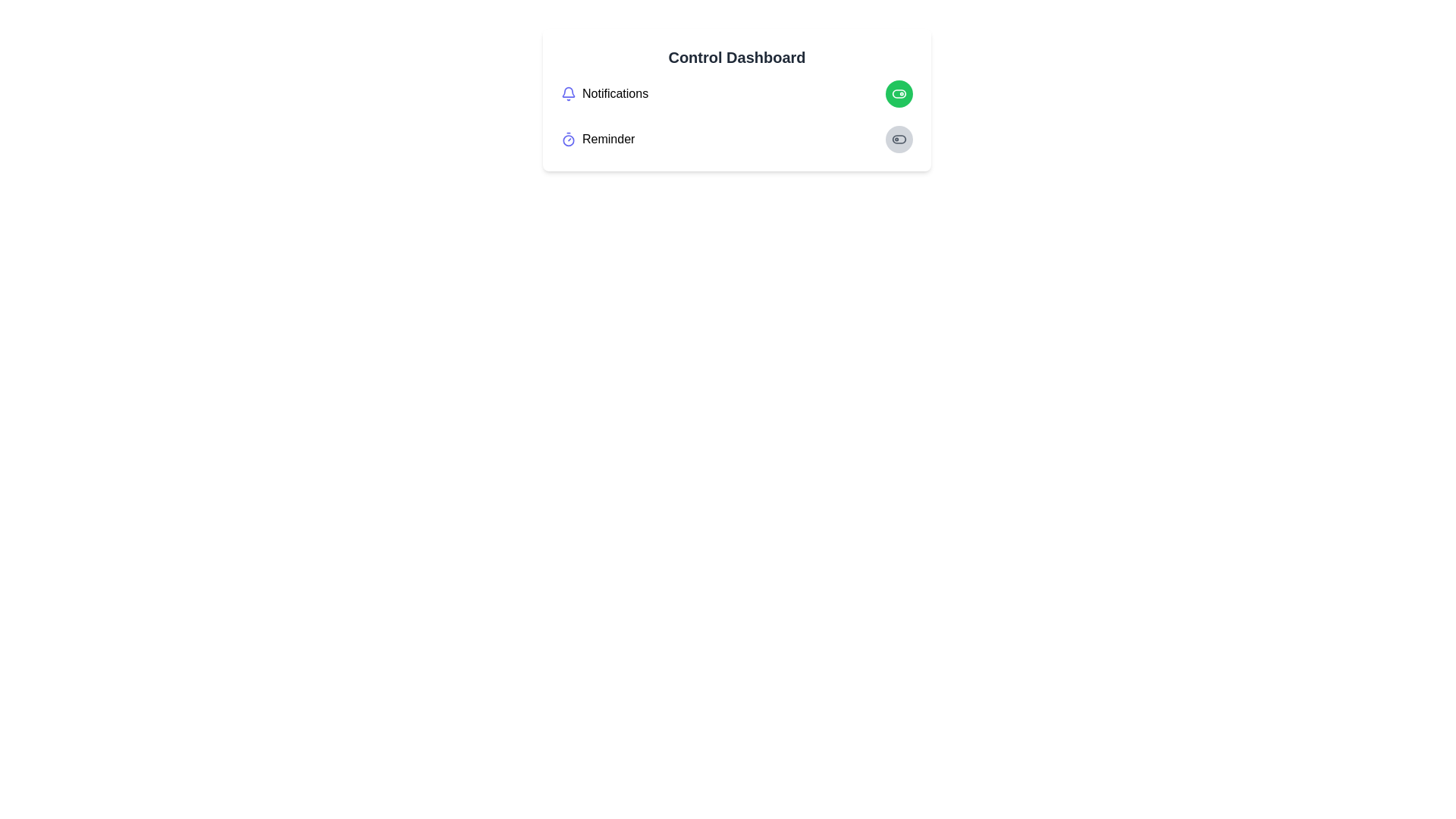  What do you see at coordinates (615, 93) in the screenshot?
I see `the Text Label that serves as a title for notifications, located to the right of the bell icon and above the 'Reminder' text` at bounding box center [615, 93].